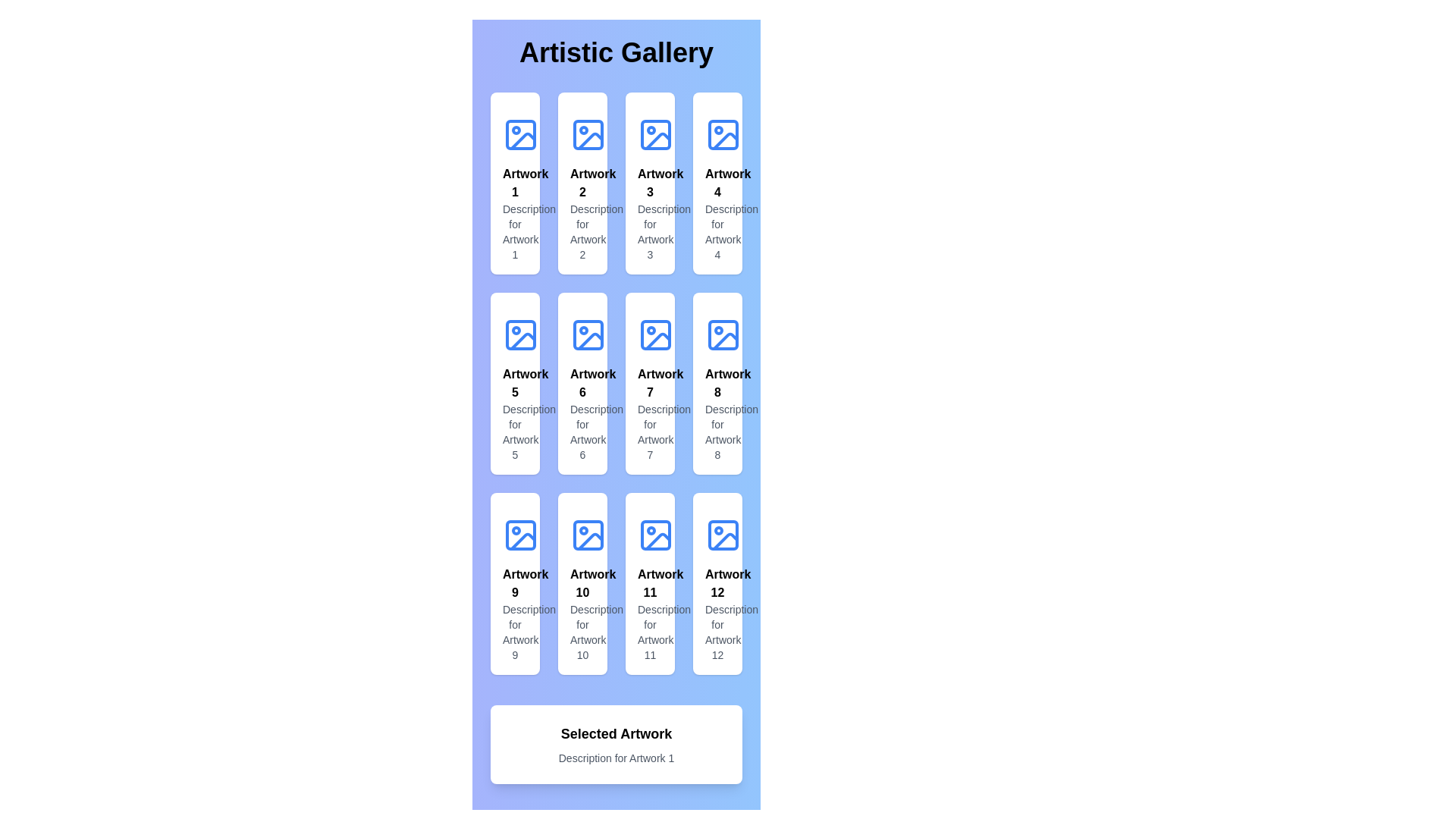 The image size is (1456, 819). I want to click on the Card UI component titled 'Artwork 8', which features a blue image icon, bold title text, and a description, located in the second row, fourth column of the grid layout, so click(717, 382).